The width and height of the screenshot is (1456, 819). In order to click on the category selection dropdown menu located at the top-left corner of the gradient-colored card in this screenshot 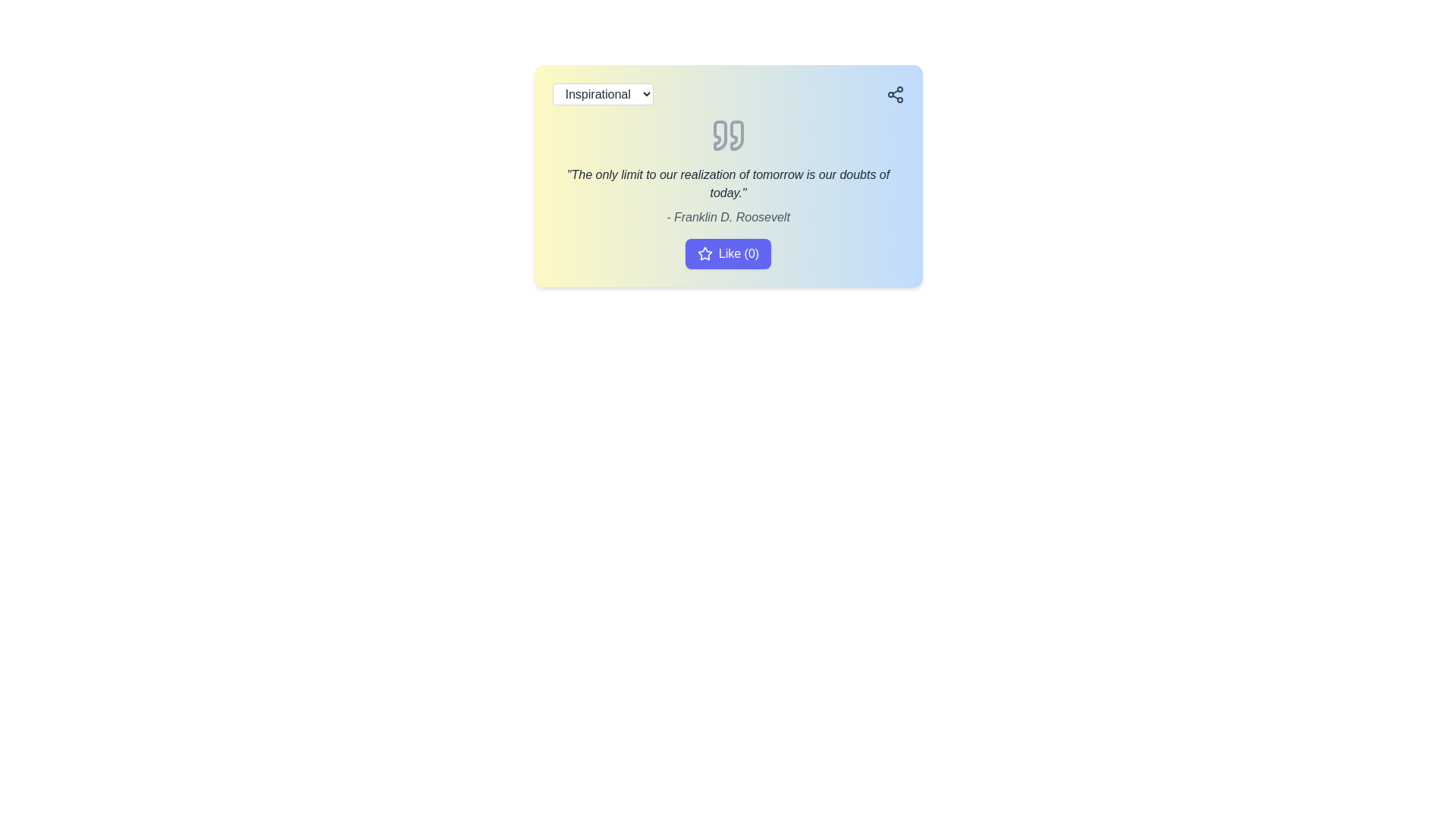, I will do `click(602, 93)`.